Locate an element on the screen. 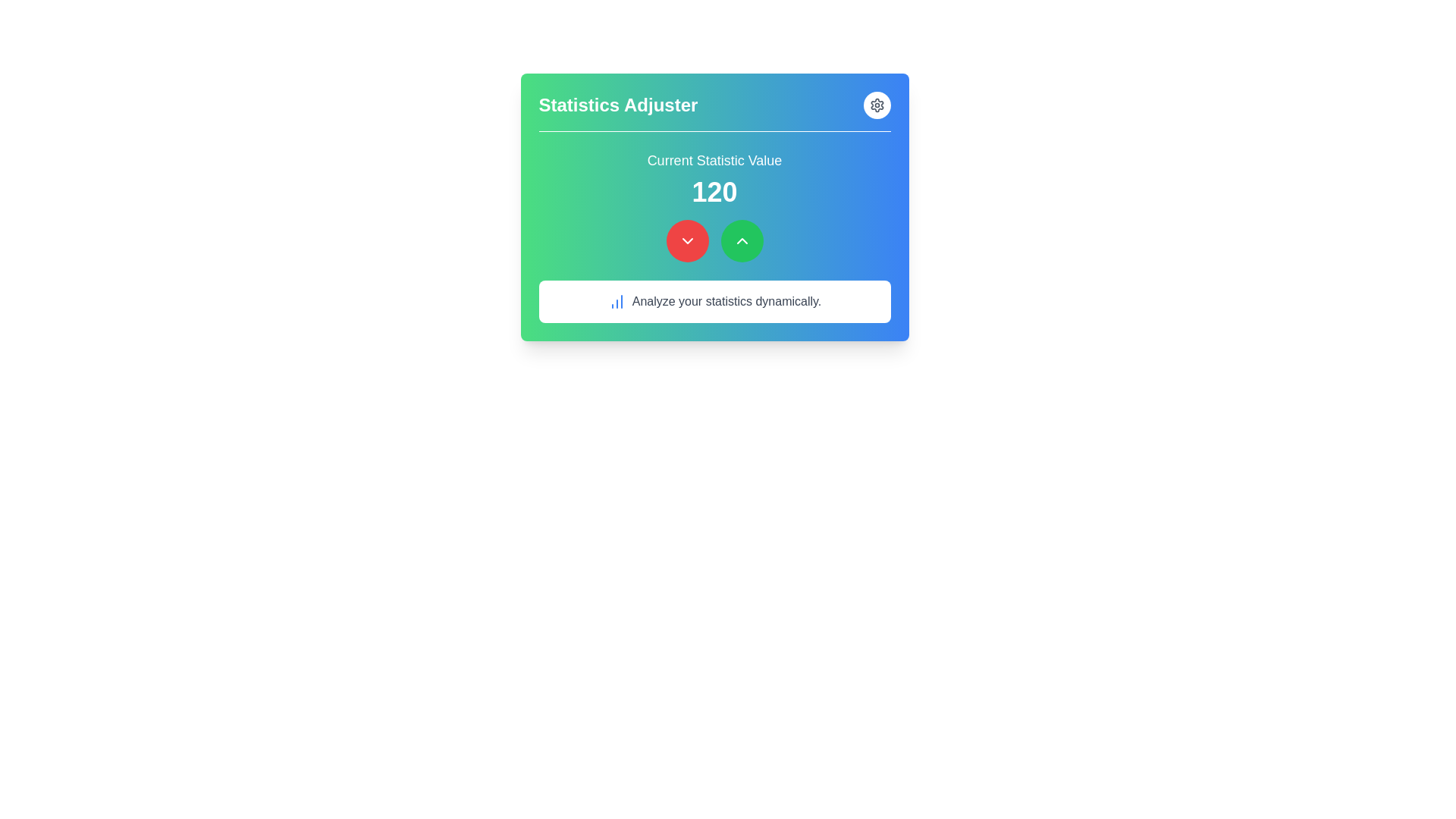 This screenshot has width=1456, height=819. the chevron icon inside the circular red button below the numeric display of '120' for navigation support is located at coordinates (686, 240).